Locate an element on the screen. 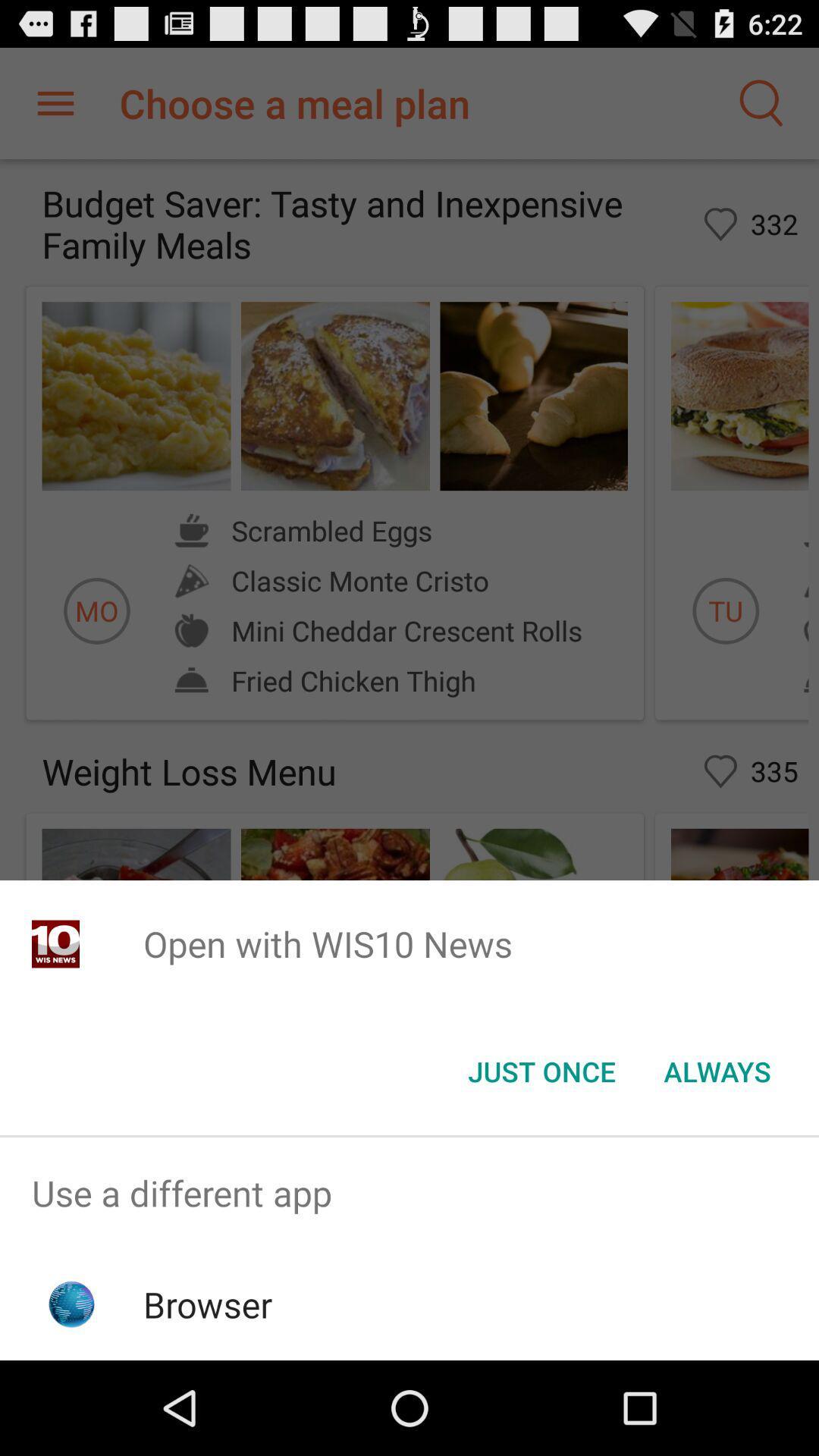 The height and width of the screenshot is (1456, 819). the icon below the open with wis10 app is located at coordinates (541, 1070).